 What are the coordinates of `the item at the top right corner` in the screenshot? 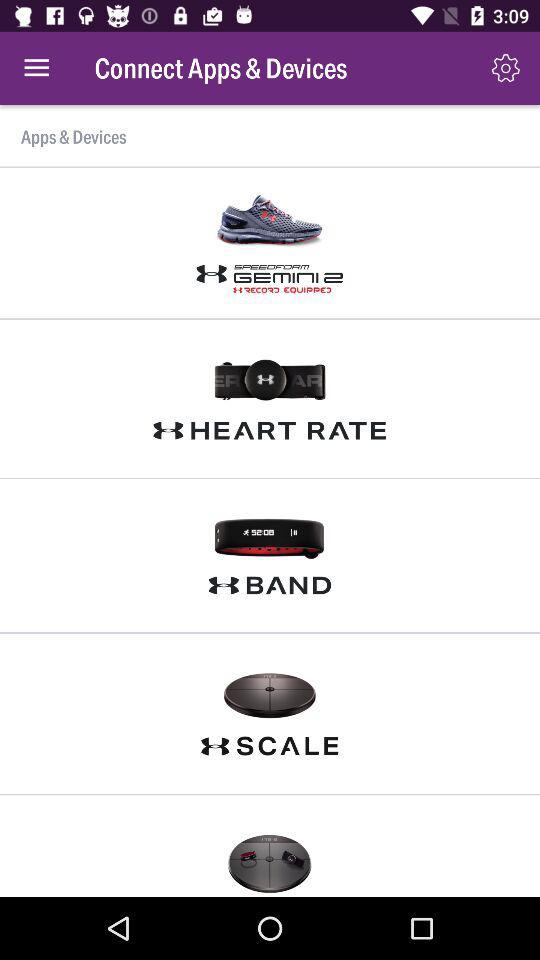 It's located at (504, 68).